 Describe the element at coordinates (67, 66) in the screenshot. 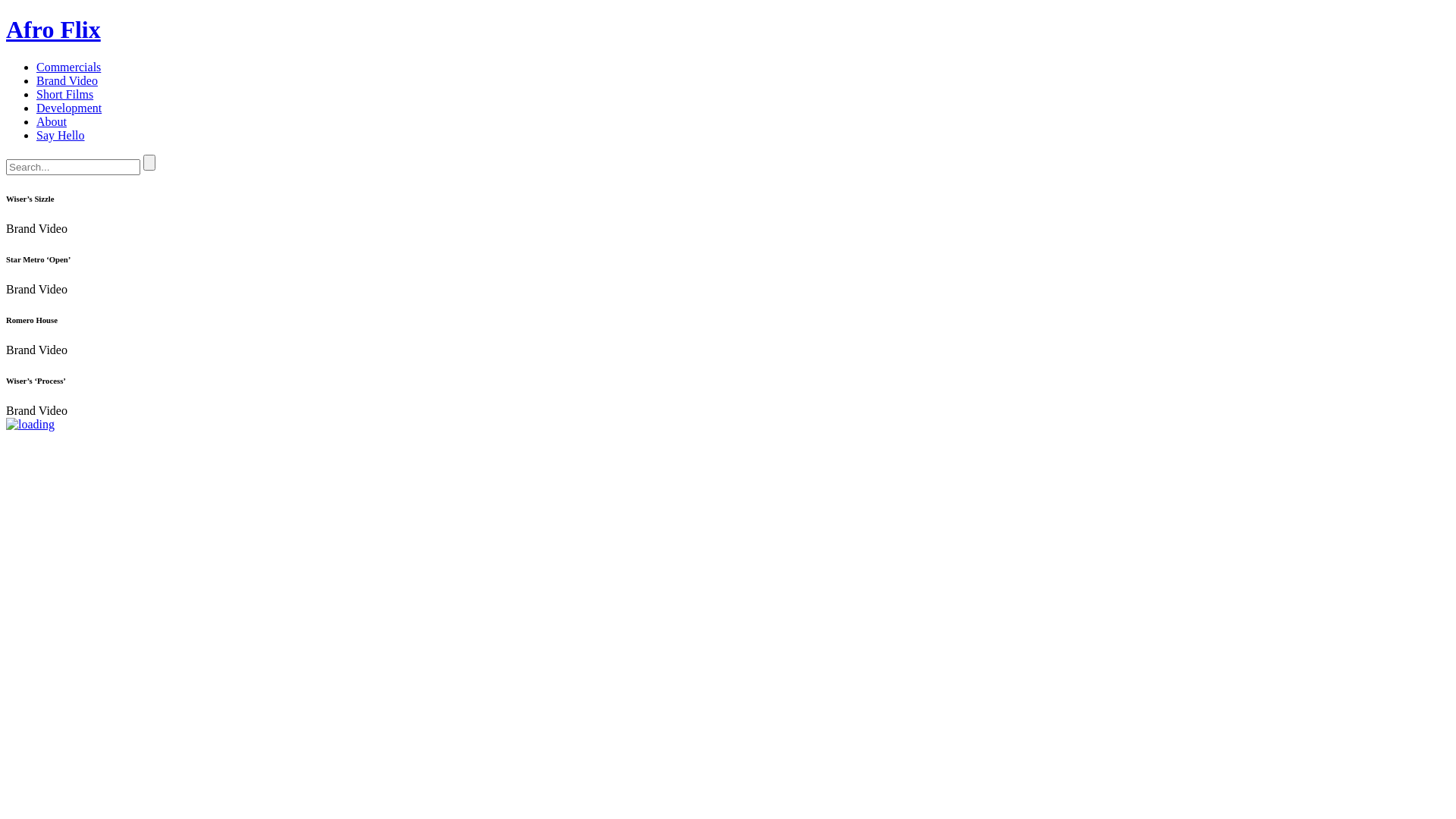

I see `'Commercials'` at that location.